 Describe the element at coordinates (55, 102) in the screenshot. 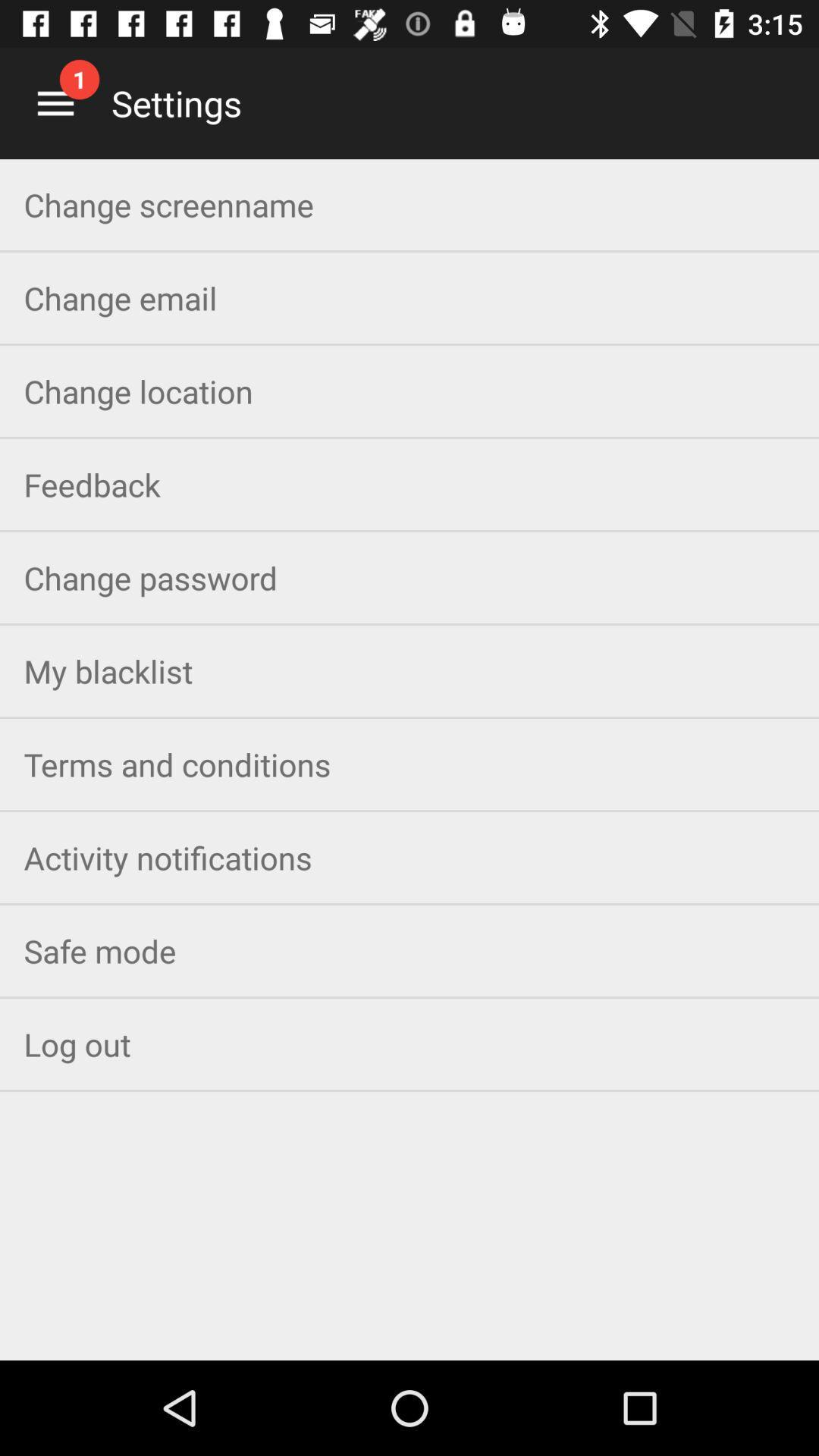

I see `main menu` at that location.